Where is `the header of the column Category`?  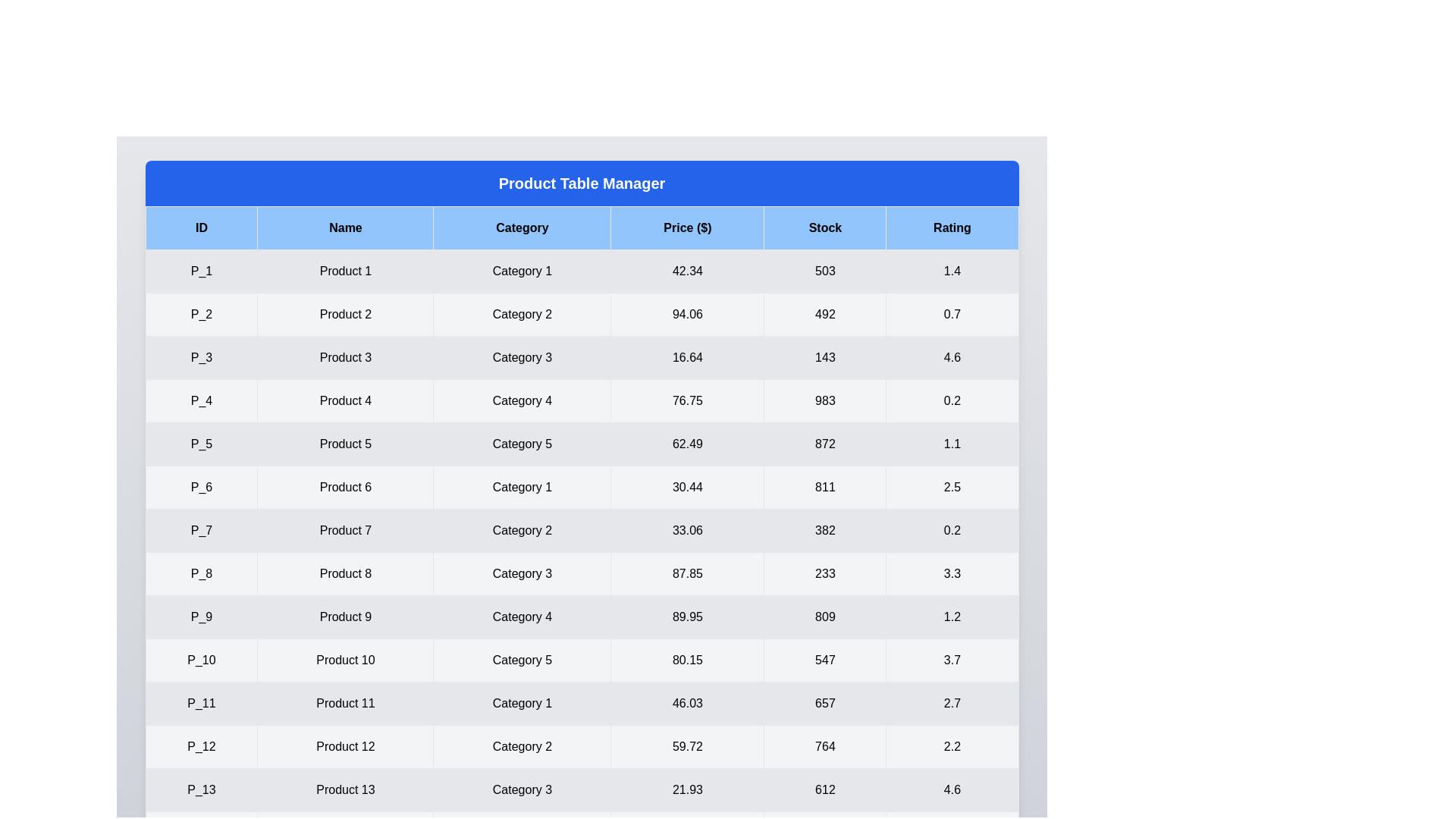
the header of the column Category is located at coordinates (522, 227).